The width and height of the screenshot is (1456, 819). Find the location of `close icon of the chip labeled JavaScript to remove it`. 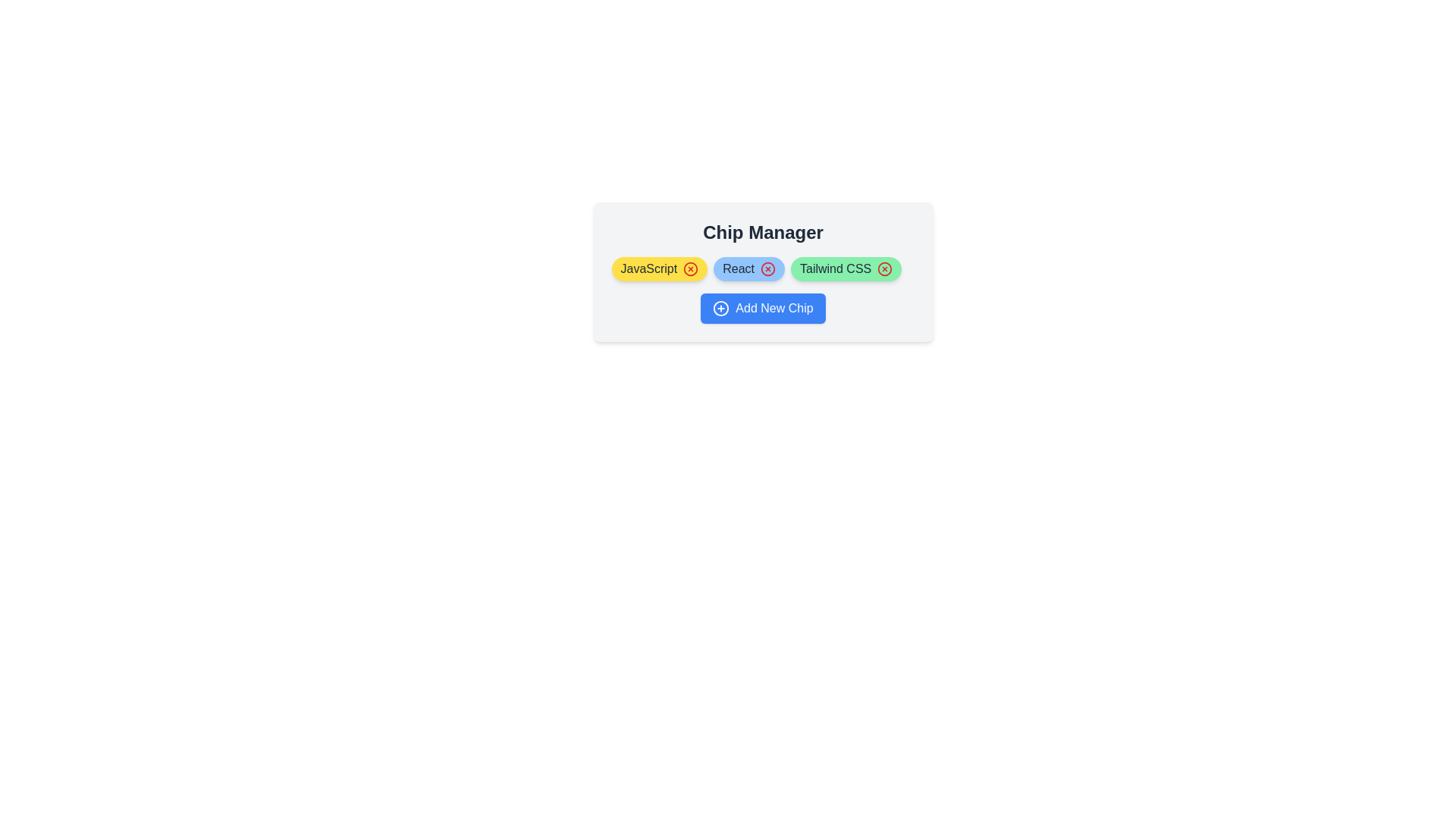

close icon of the chip labeled JavaScript to remove it is located at coordinates (690, 268).